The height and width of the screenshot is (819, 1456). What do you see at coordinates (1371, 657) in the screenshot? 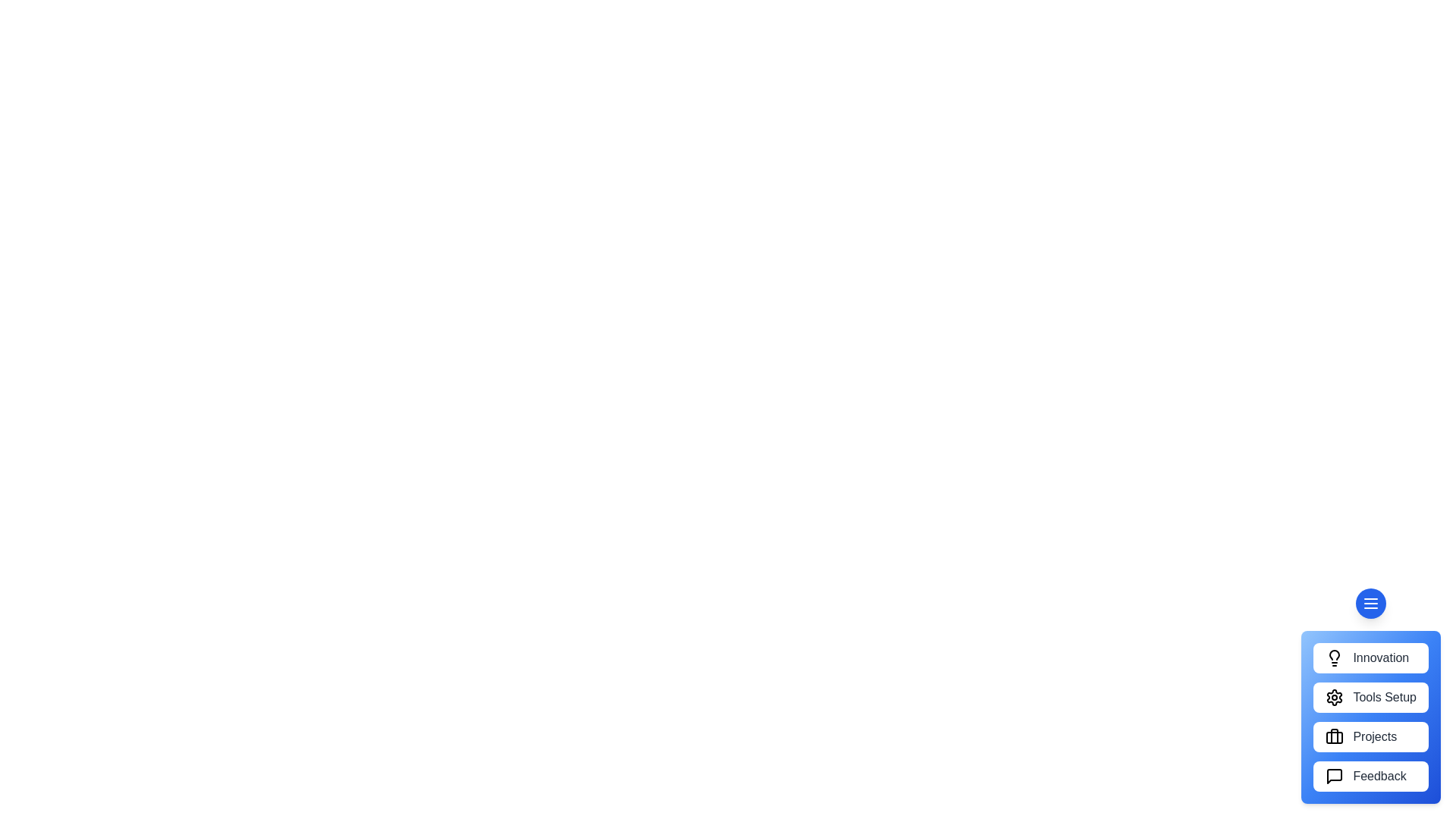
I see `'Innovation' button` at bounding box center [1371, 657].